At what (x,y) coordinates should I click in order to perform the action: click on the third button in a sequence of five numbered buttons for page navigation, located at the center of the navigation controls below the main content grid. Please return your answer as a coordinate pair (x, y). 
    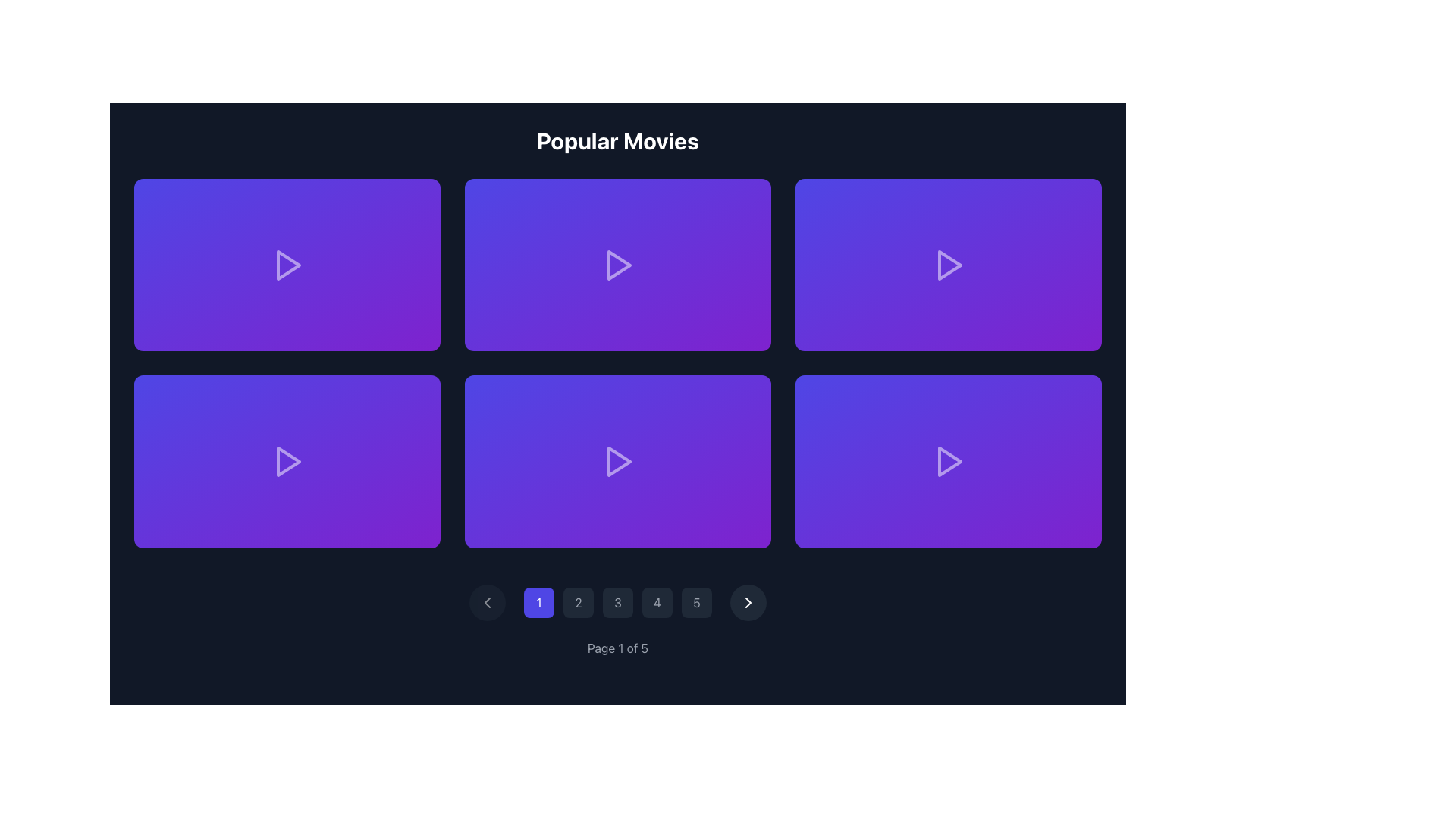
    Looking at the image, I should click on (618, 601).